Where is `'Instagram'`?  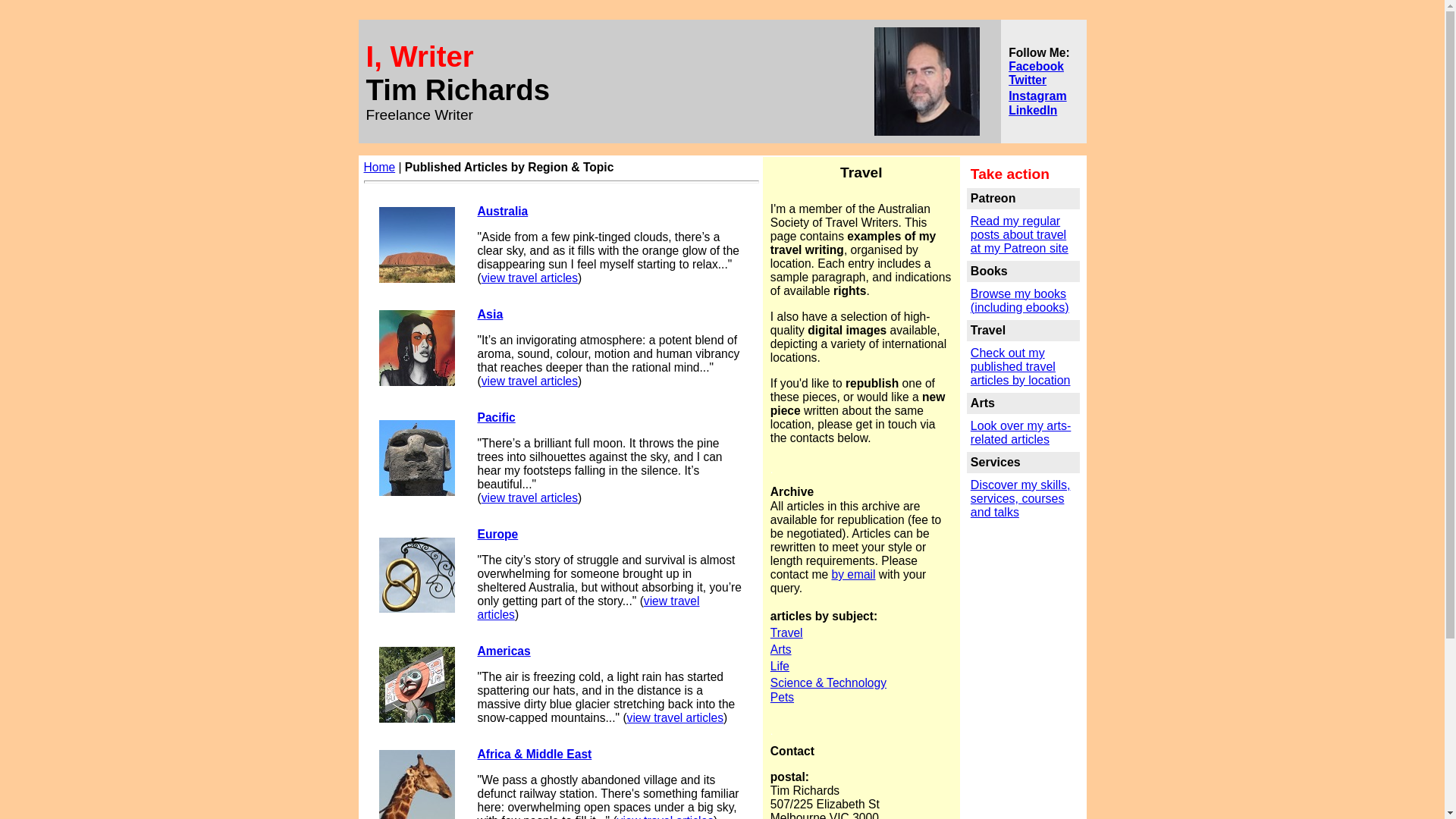
'Instagram' is located at coordinates (1037, 96).